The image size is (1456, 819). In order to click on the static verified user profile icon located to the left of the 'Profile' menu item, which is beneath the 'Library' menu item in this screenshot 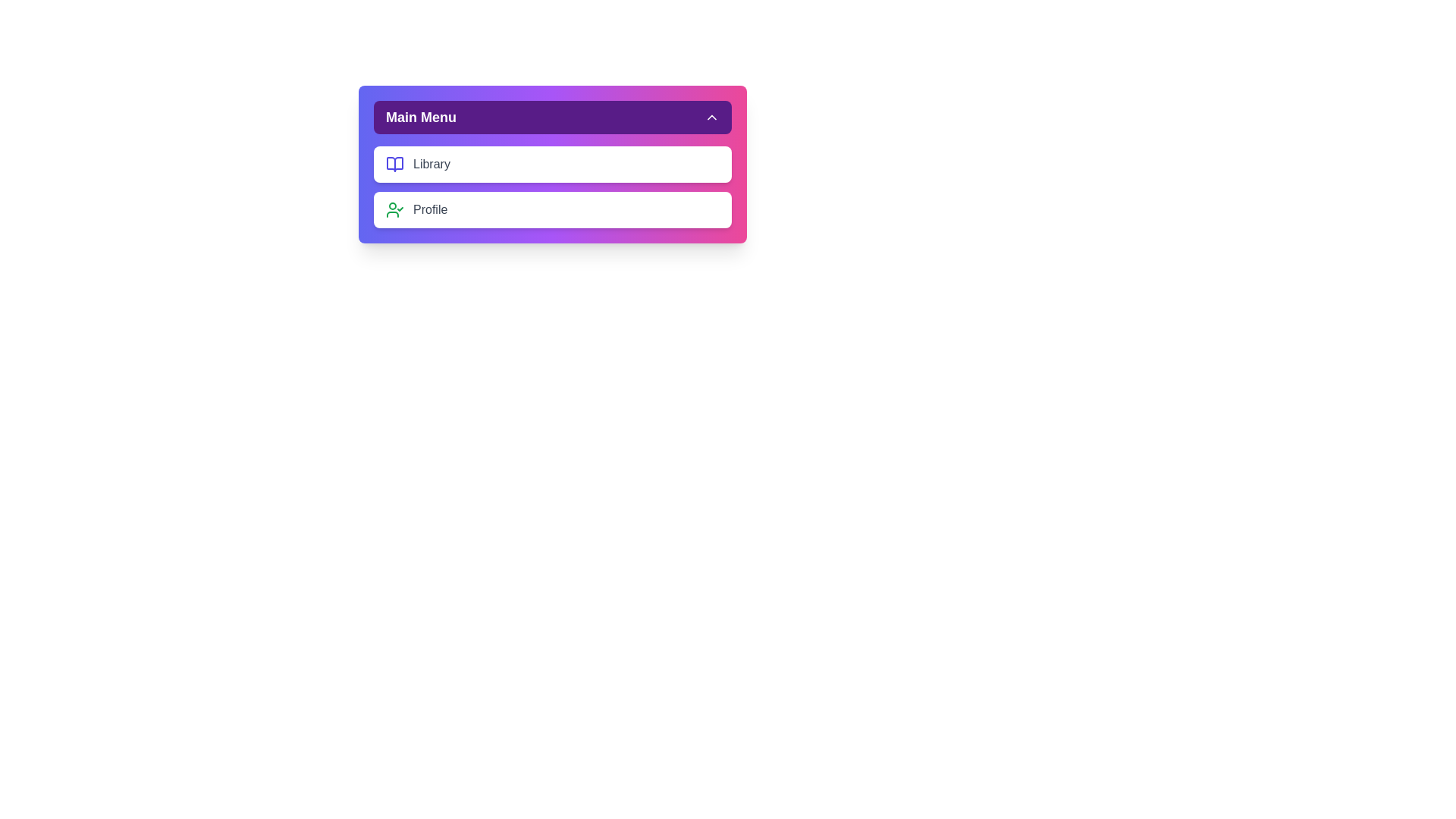, I will do `click(395, 210)`.